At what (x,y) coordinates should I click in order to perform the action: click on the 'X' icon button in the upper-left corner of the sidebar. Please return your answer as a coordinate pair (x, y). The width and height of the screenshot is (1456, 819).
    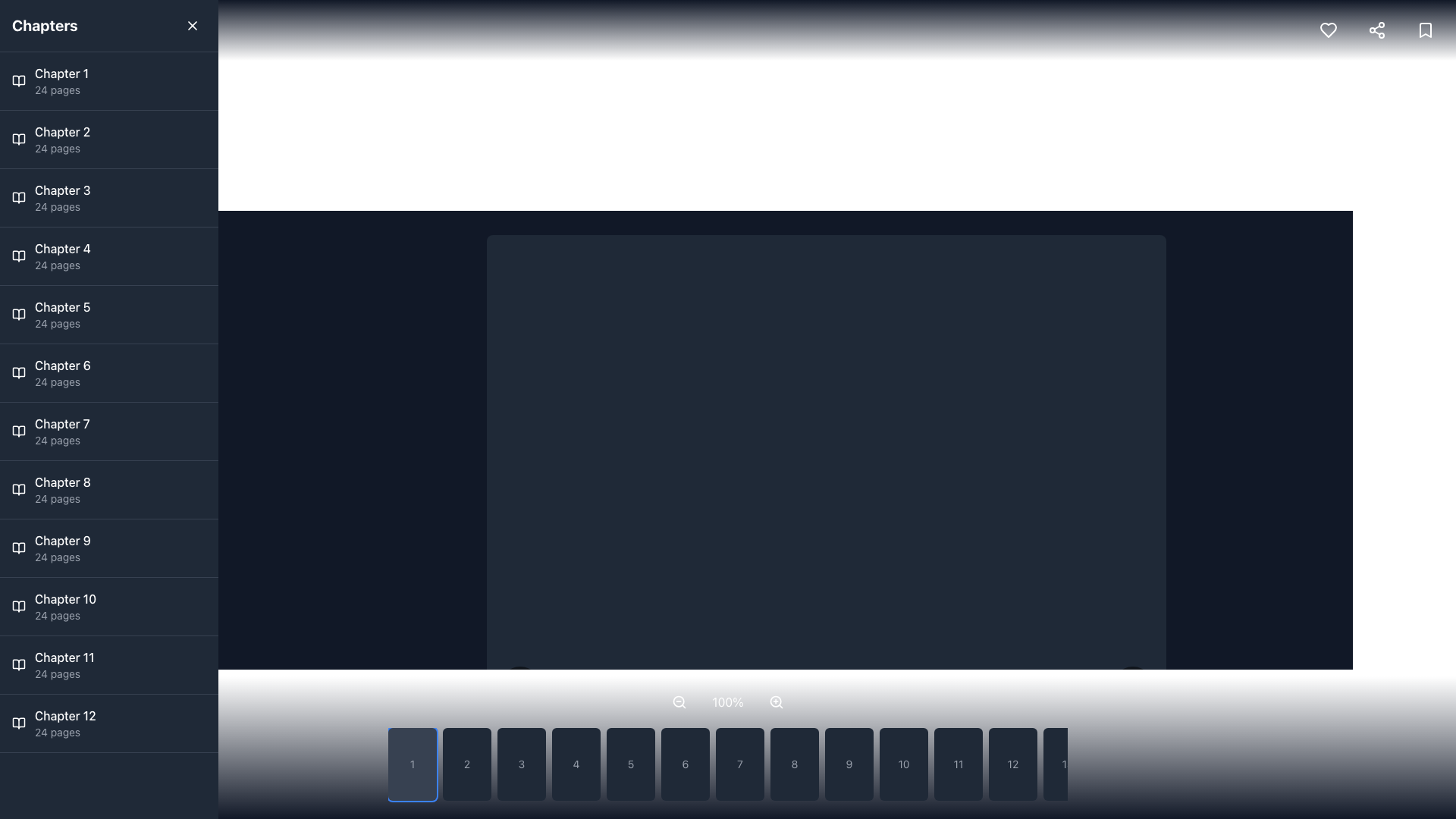
    Looking at the image, I should click on (192, 26).